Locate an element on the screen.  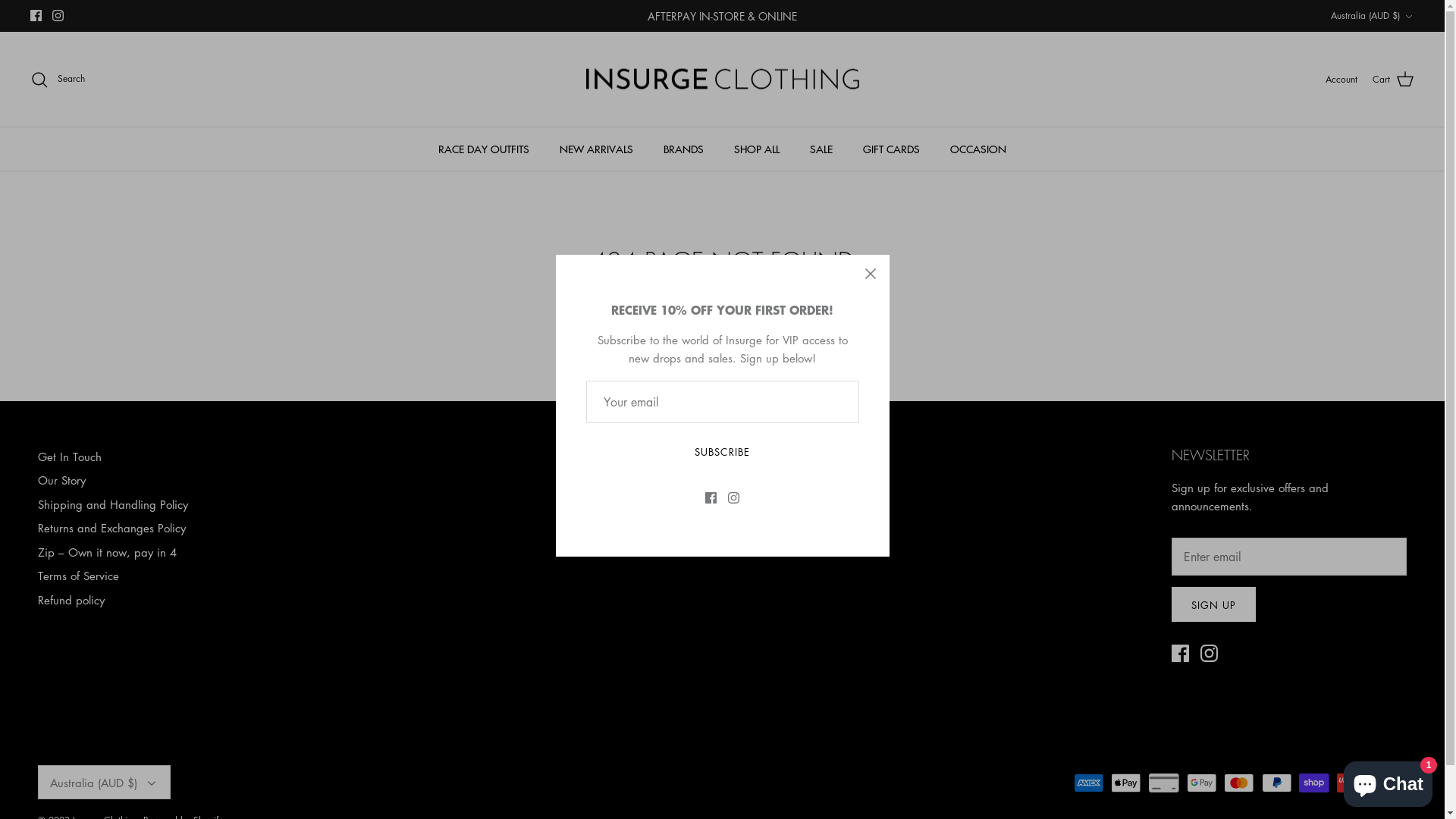
'SIGN UP' is located at coordinates (1213, 604).